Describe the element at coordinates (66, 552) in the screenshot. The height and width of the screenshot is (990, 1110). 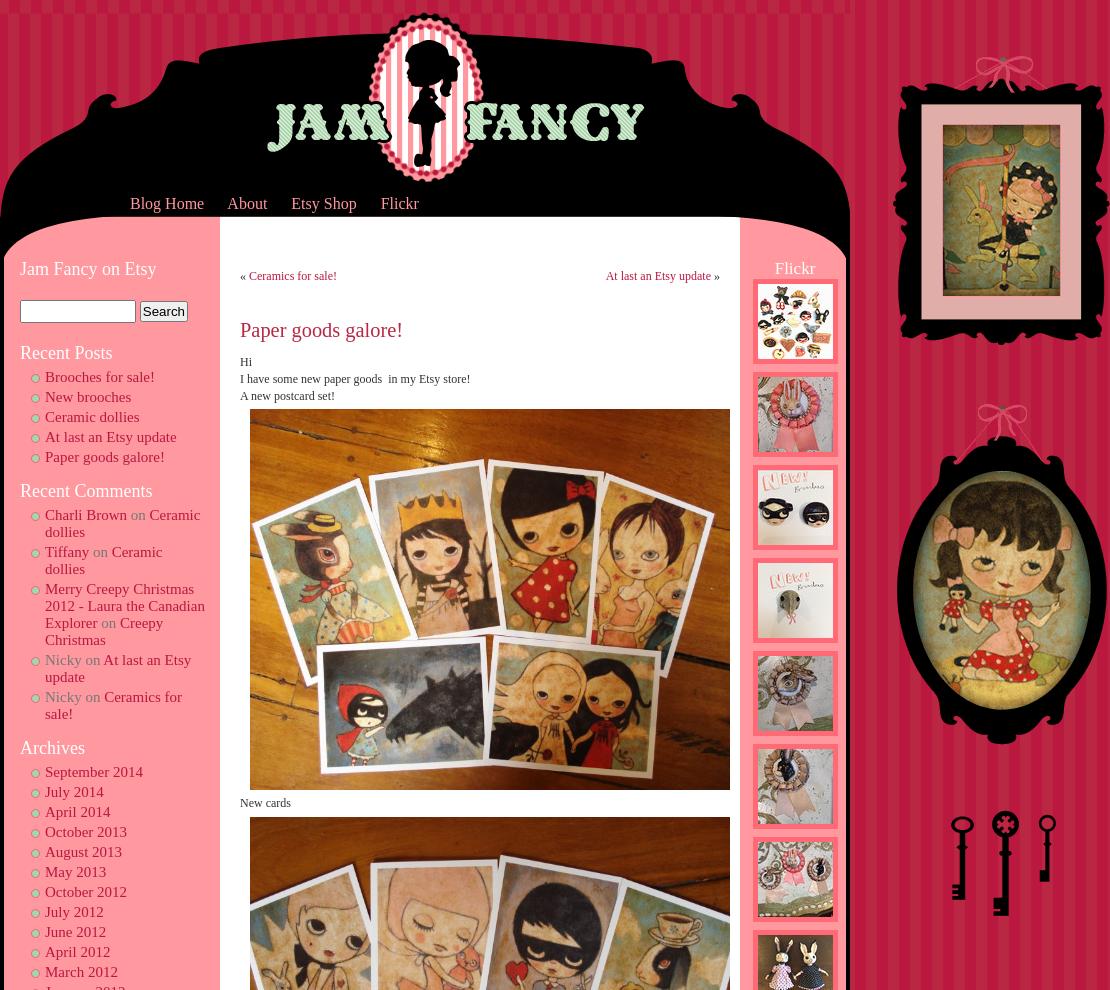
I see `'Tiffany'` at that location.